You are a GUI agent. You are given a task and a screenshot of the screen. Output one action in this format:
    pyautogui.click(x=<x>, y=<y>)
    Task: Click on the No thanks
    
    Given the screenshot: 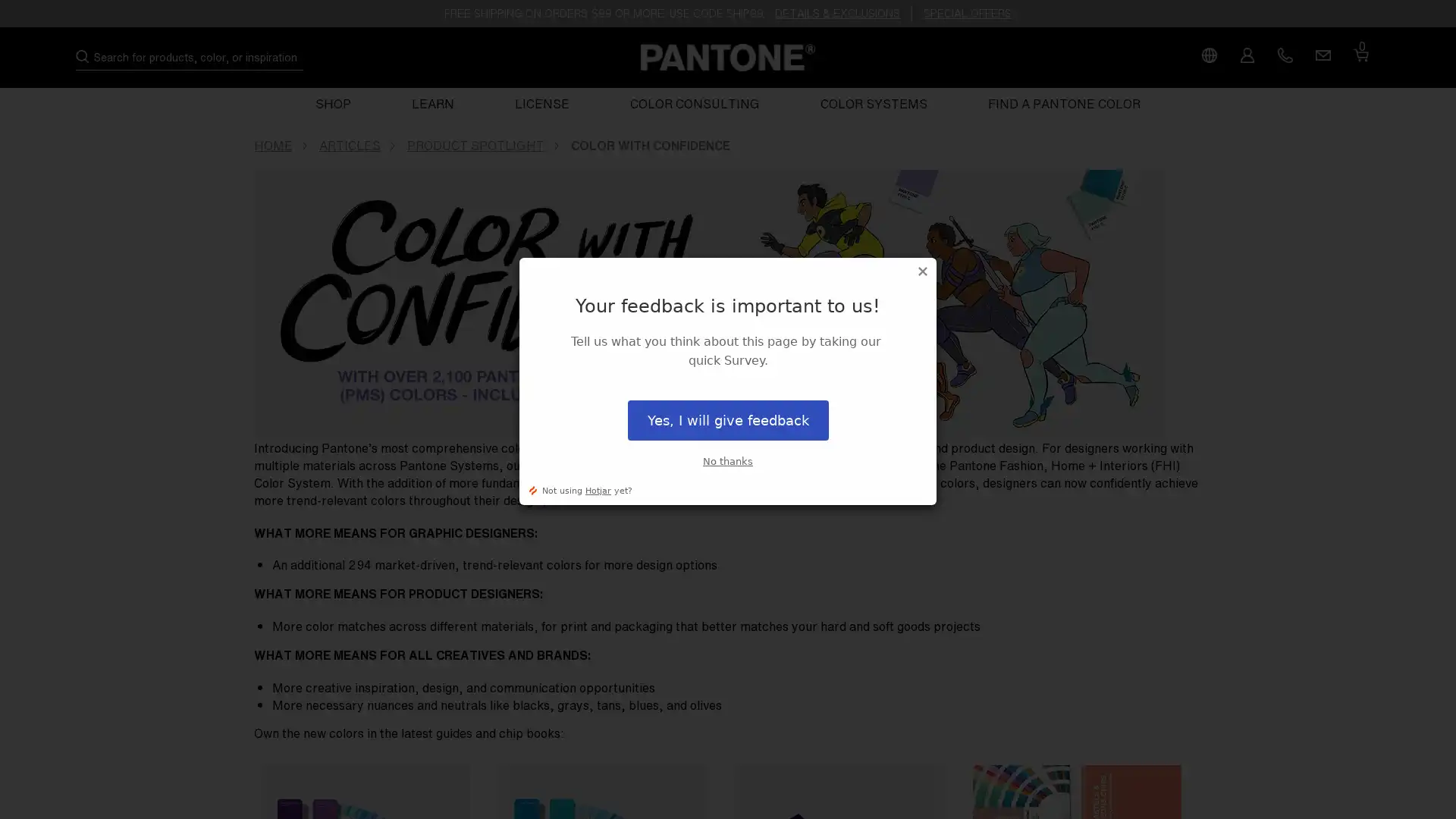 What is the action you would take?
    pyautogui.click(x=728, y=460)
    